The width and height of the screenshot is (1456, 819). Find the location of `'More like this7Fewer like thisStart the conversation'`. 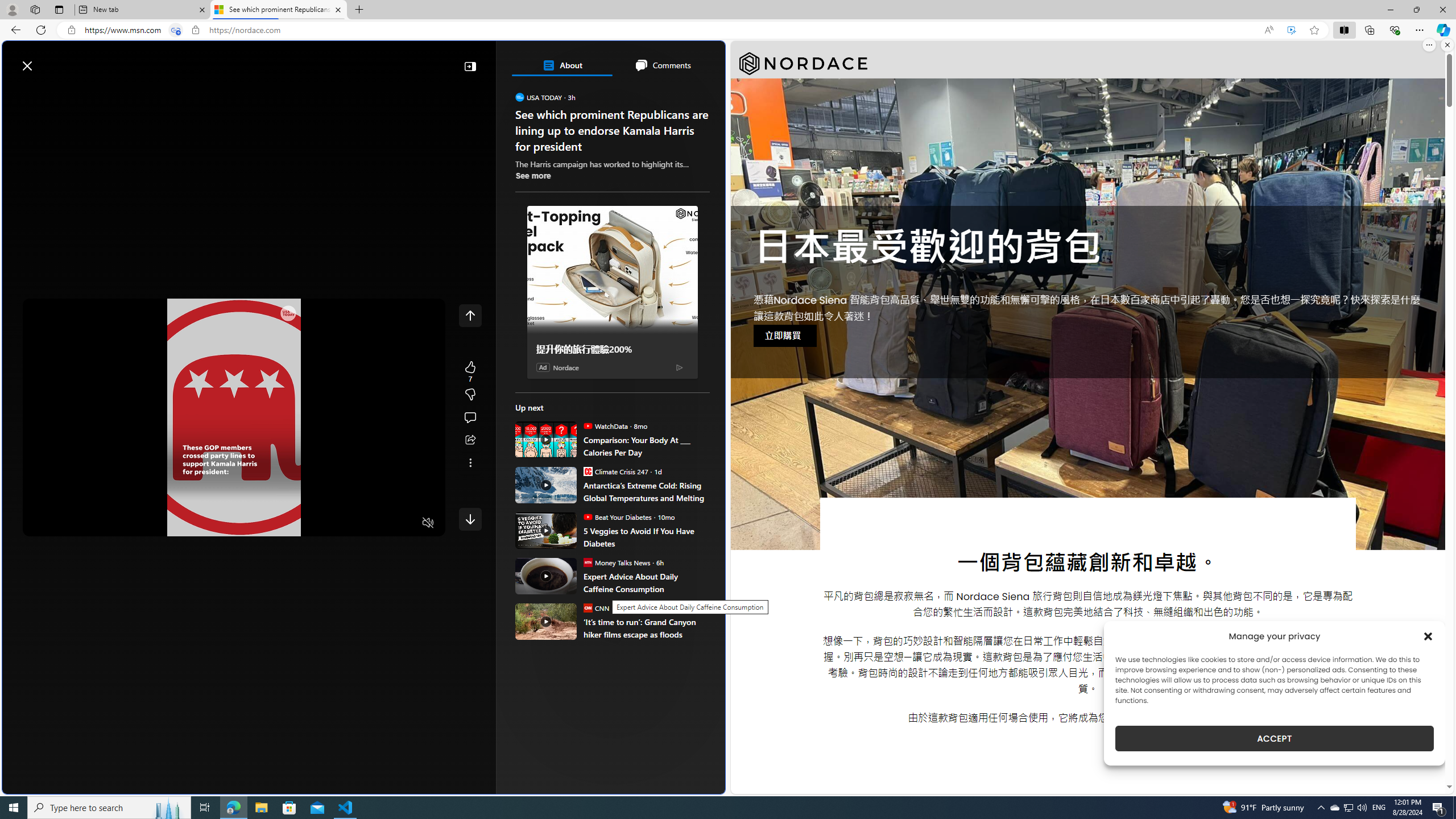

'More like this7Fewer like thisStart the conversation' is located at coordinates (470, 394).